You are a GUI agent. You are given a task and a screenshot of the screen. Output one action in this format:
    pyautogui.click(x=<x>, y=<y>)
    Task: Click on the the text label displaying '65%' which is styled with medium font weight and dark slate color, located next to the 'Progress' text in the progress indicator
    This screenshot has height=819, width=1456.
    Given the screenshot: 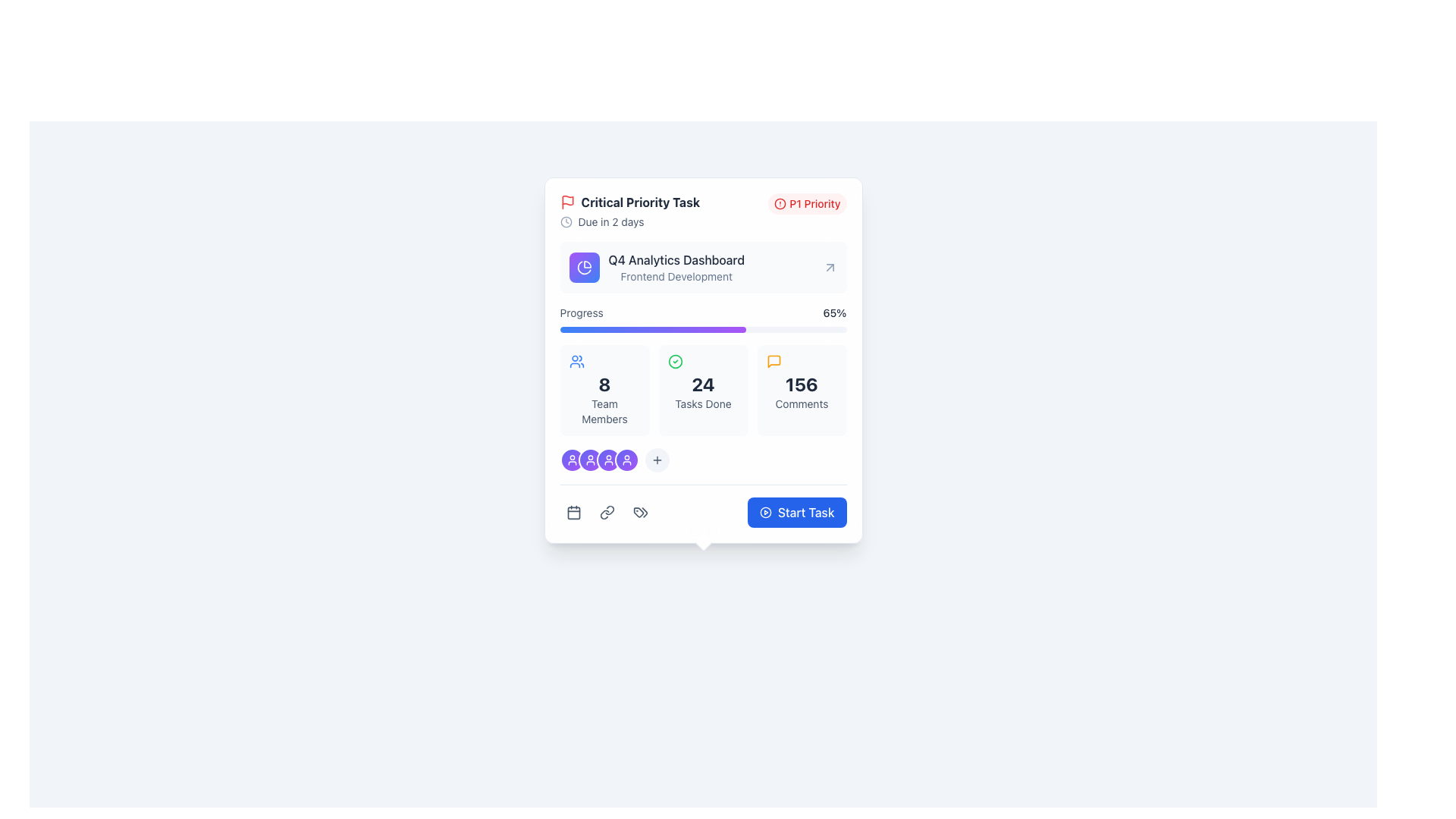 What is the action you would take?
    pyautogui.click(x=833, y=312)
    